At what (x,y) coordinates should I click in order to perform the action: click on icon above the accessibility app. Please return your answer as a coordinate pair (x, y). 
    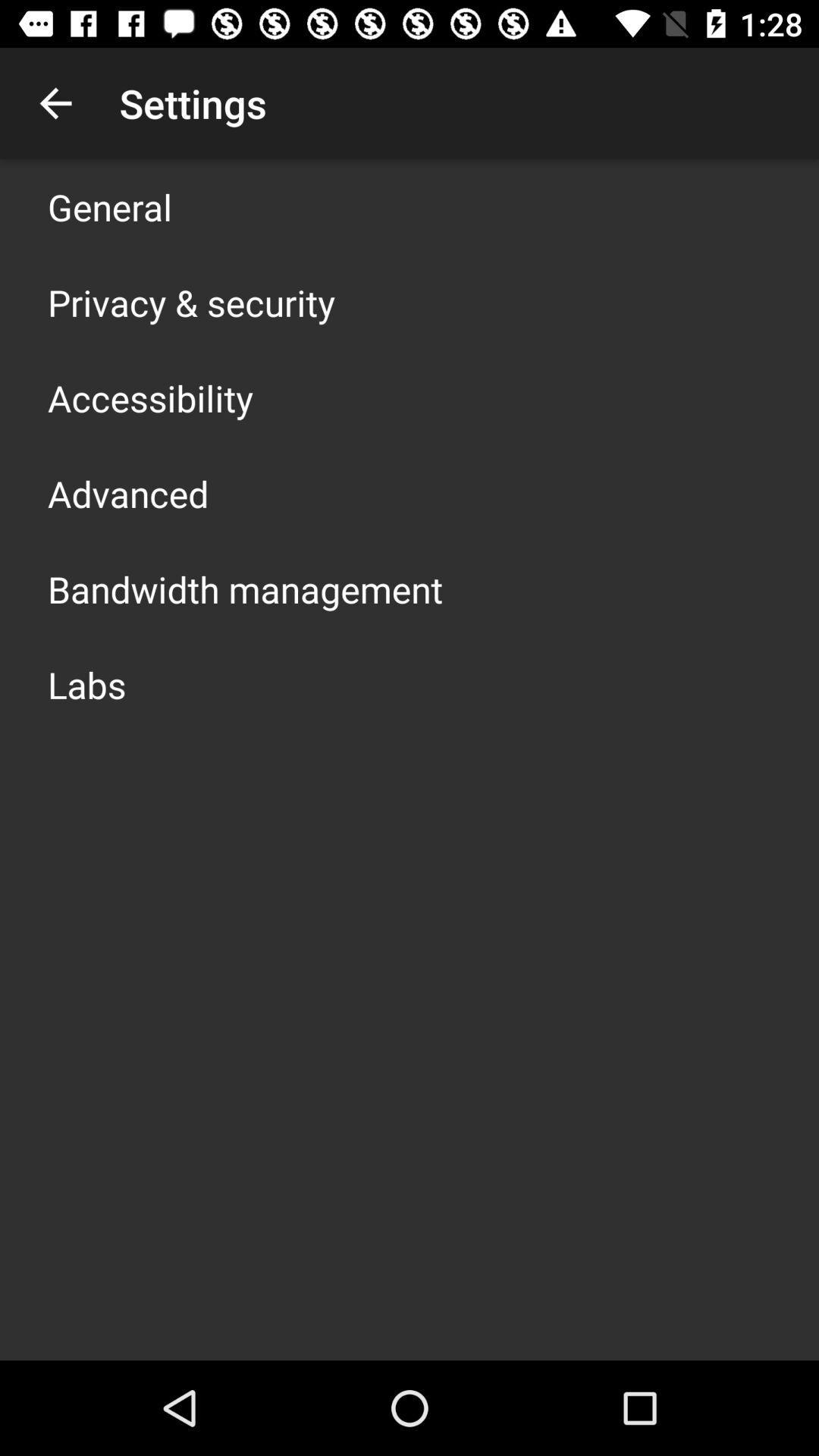
    Looking at the image, I should click on (190, 302).